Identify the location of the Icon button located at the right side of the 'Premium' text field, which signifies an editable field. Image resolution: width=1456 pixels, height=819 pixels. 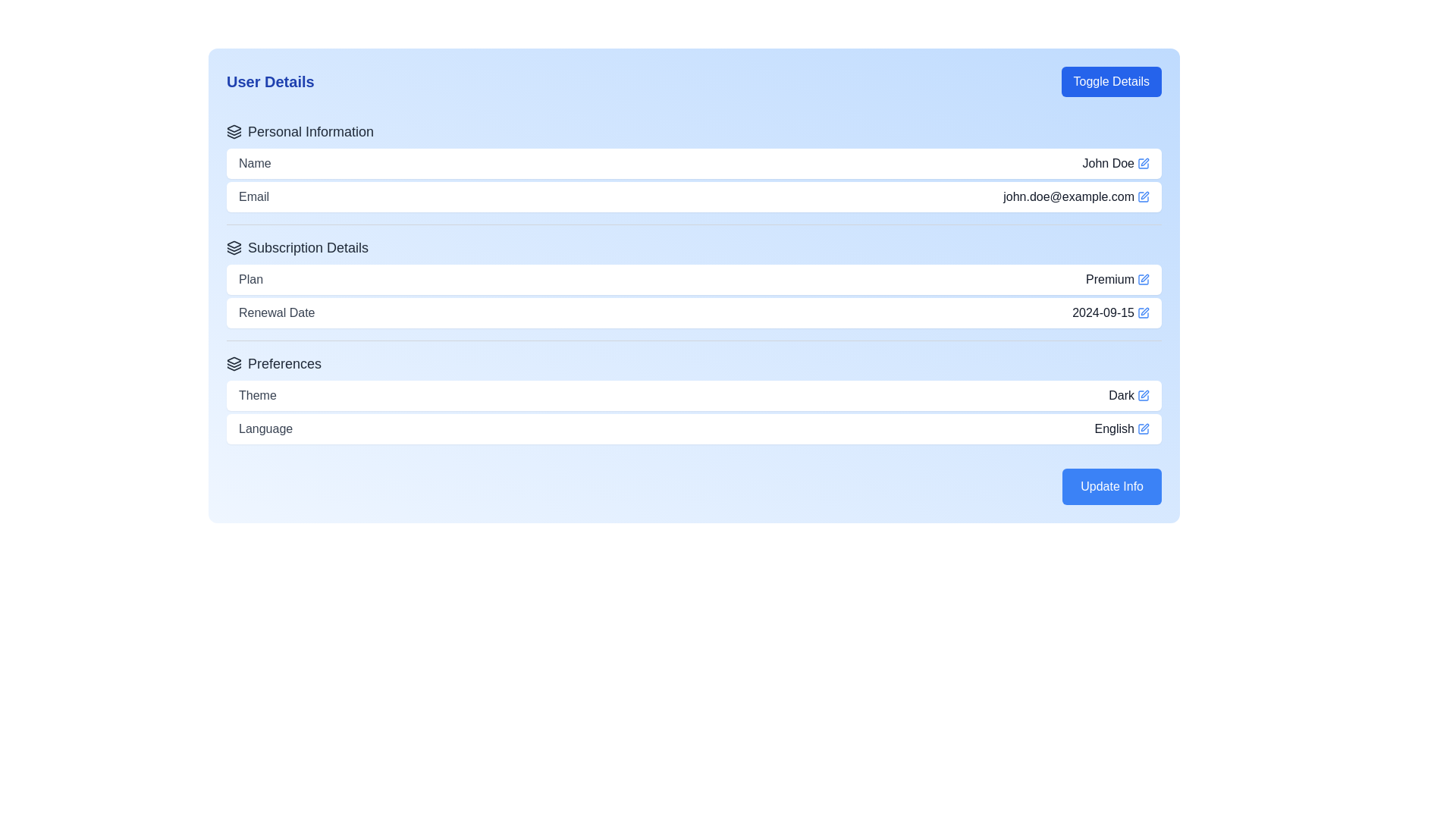
(1145, 278).